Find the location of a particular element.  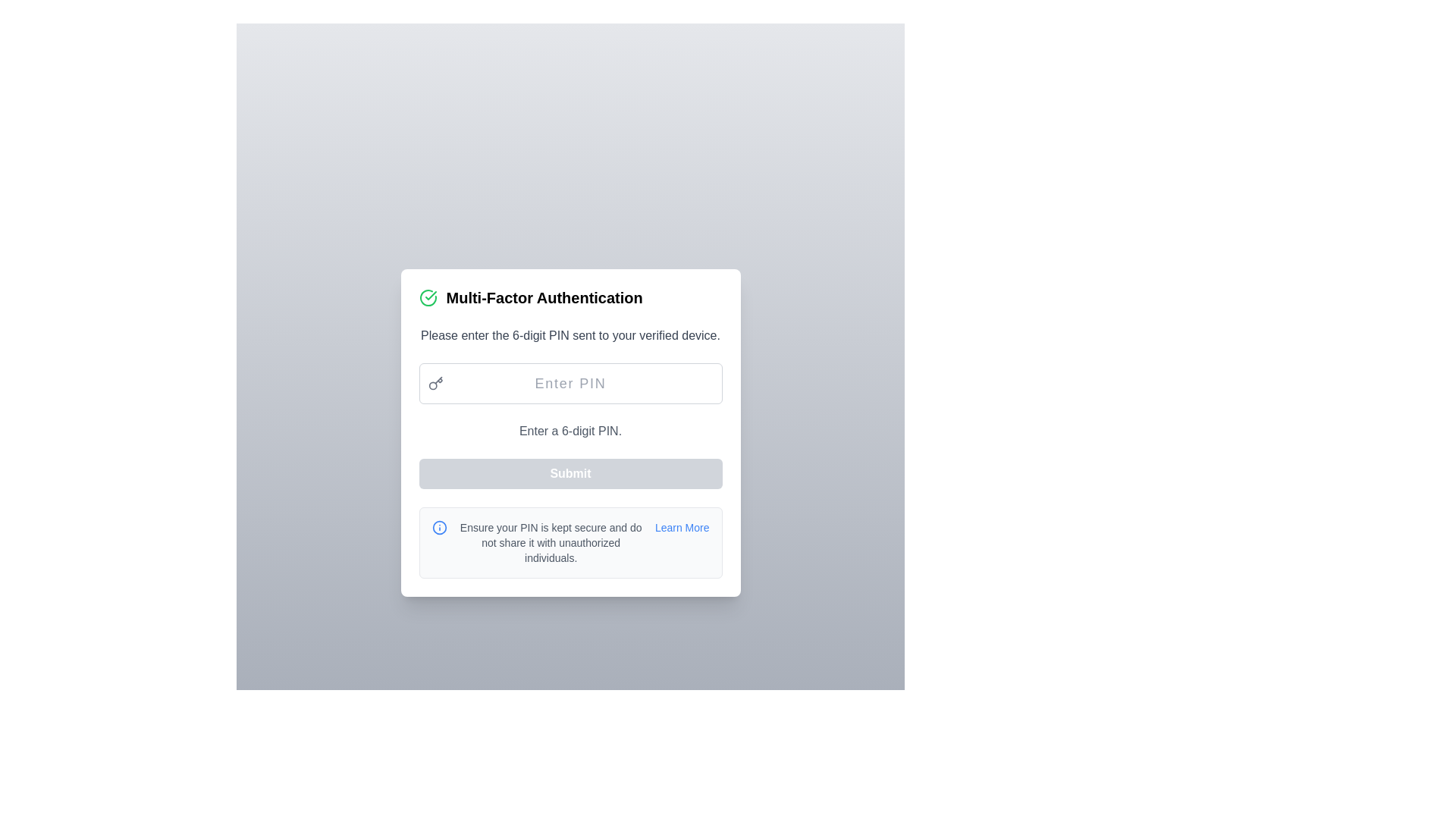

the descriptive instruction text for entering the verification PIN, which is located centrally within the authentication form, below the title 'Multi-Factor Authentication' and above the PIN input field is located at coordinates (570, 335).